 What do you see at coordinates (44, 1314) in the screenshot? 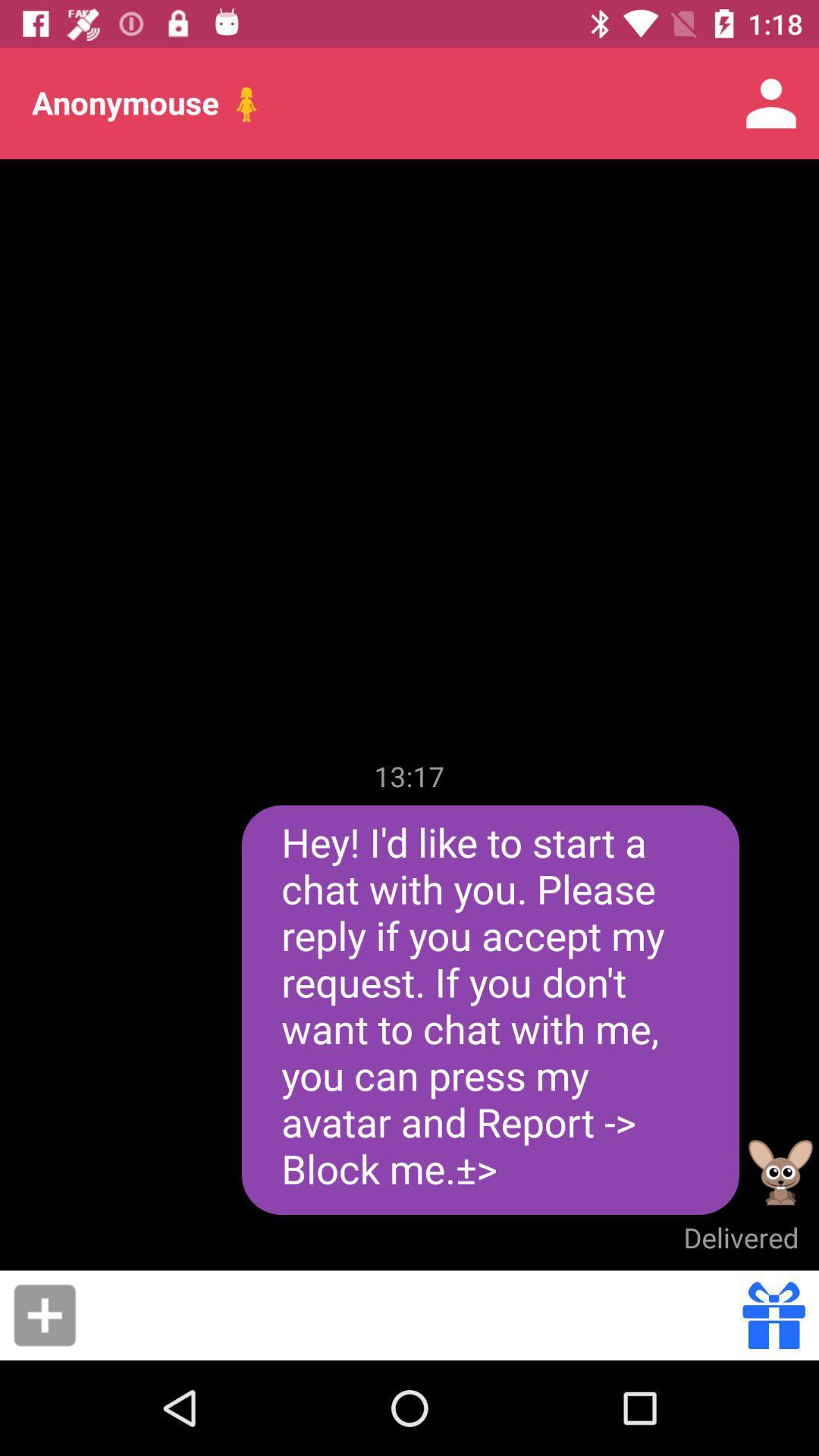
I see `click` at bounding box center [44, 1314].